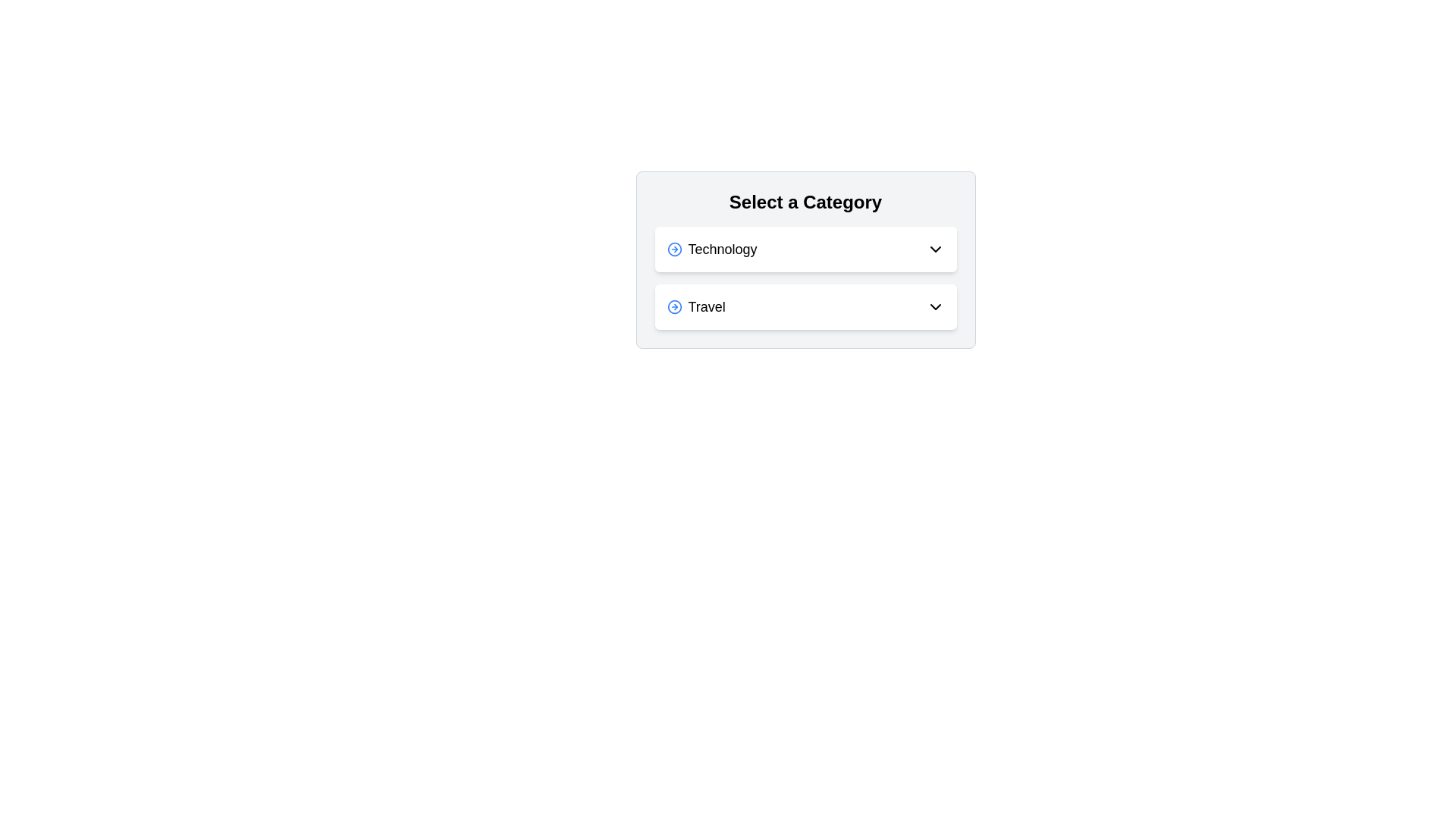 The width and height of the screenshot is (1456, 819). What do you see at coordinates (673, 248) in the screenshot?
I see `the icon that serves as an indicator or trigger related to the 'Technology' label, positioned to the left of the text` at bounding box center [673, 248].